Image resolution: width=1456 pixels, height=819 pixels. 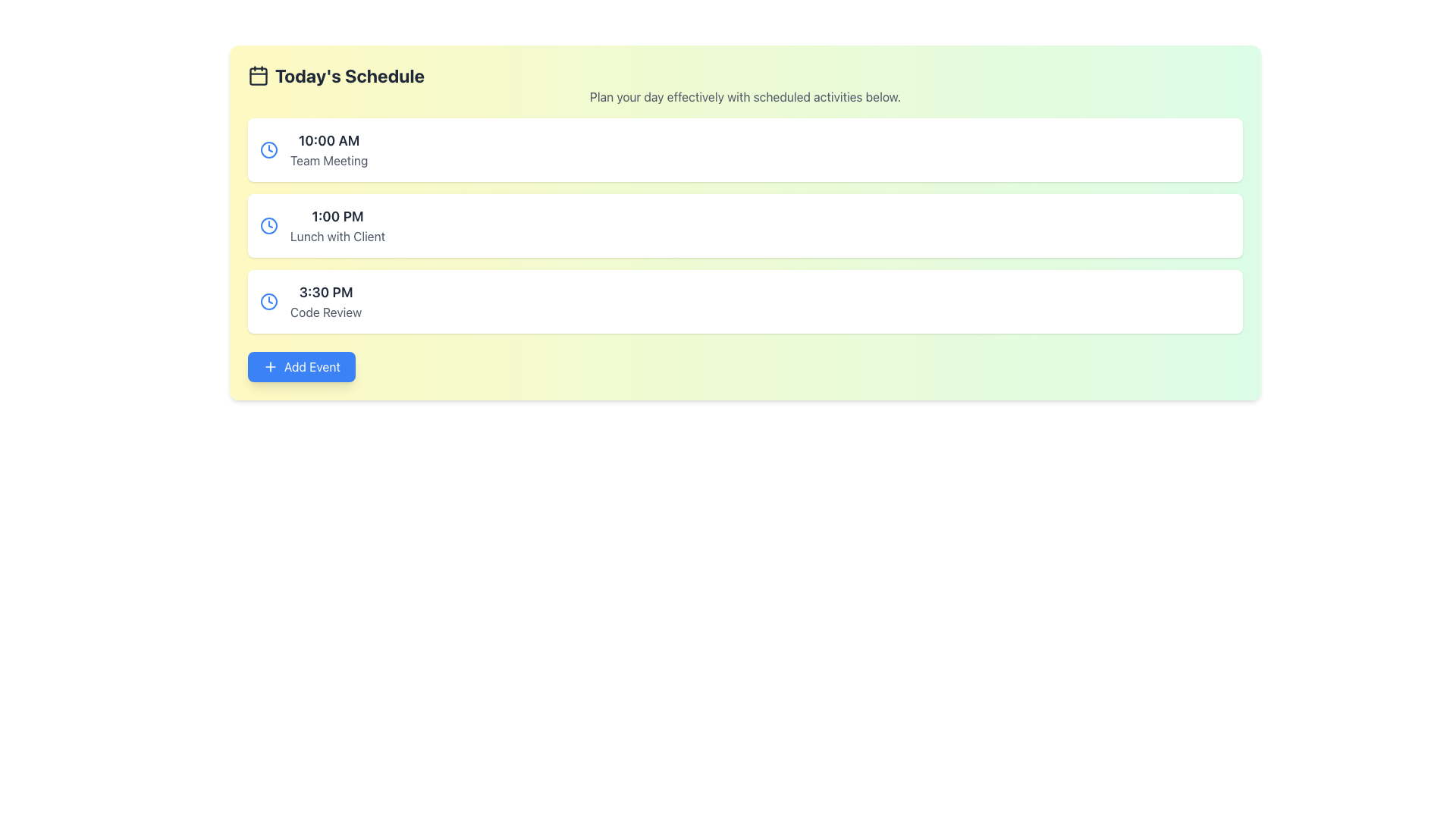 I want to click on the details of the scheduled event 'Lunch with Client' at 1:00 PM, which is the second item in the schedule/calendar interface, so click(x=745, y=225).